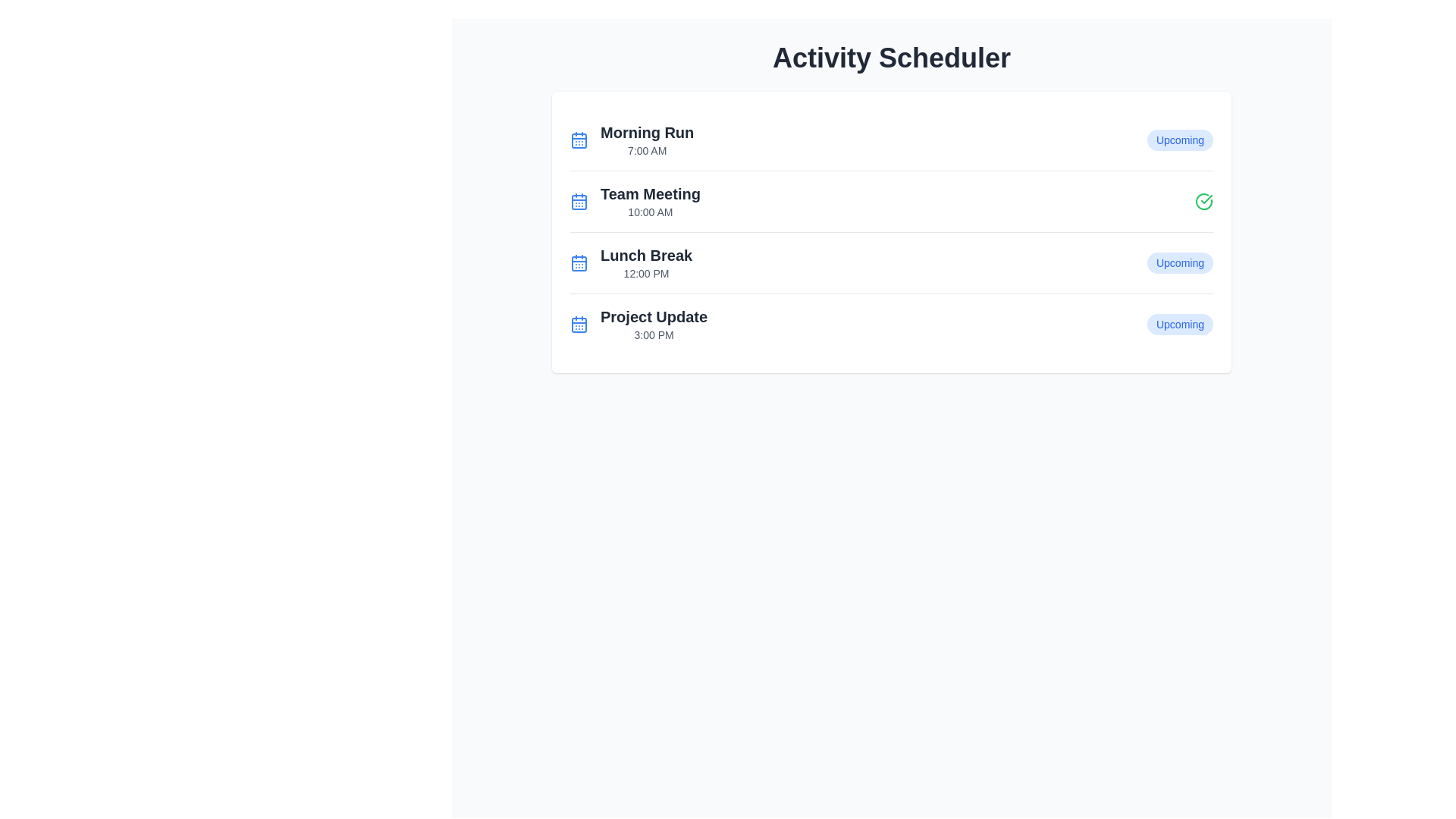 This screenshot has width=1456, height=819. Describe the element at coordinates (647, 140) in the screenshot. I see `displayed text about the activity titled 'Morning Run' scheduled at '7:00 AM' located at the top of the activity schedule list, adjacent to the blue calendar icon` at that location.